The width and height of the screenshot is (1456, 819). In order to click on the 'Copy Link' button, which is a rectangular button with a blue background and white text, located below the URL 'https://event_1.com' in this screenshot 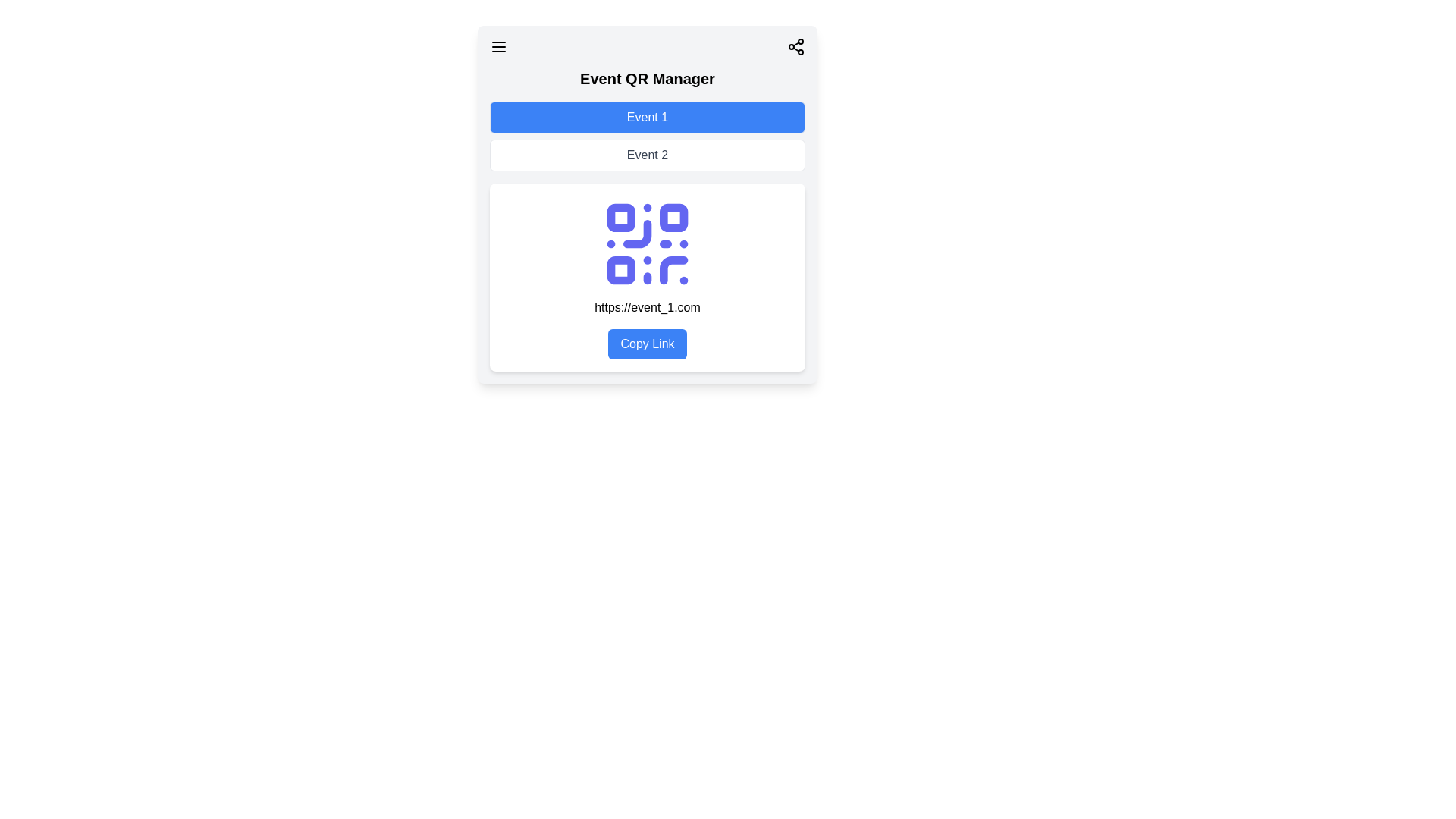, I will do `click(648, 344)`.